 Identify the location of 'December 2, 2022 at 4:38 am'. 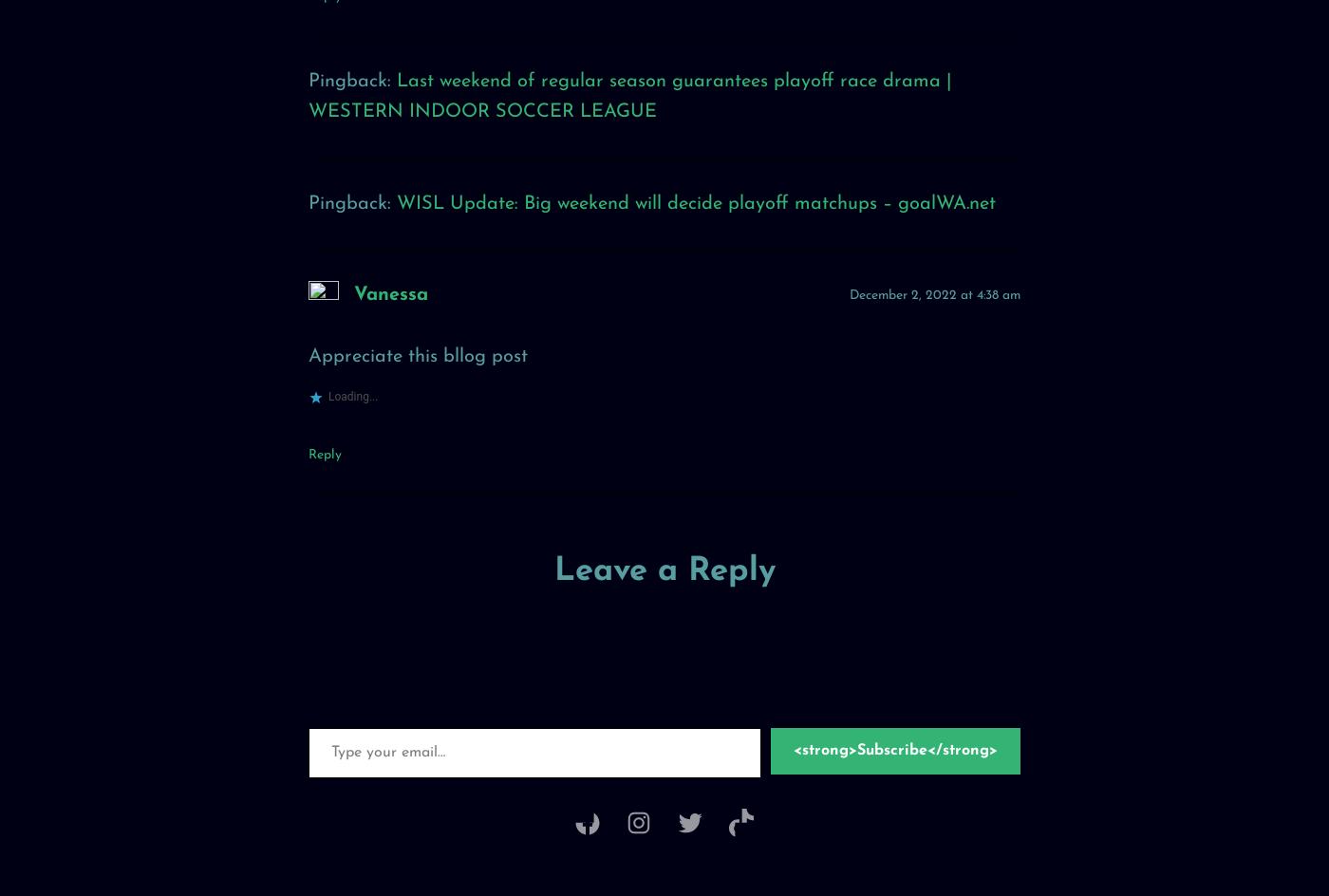
(849, 293).